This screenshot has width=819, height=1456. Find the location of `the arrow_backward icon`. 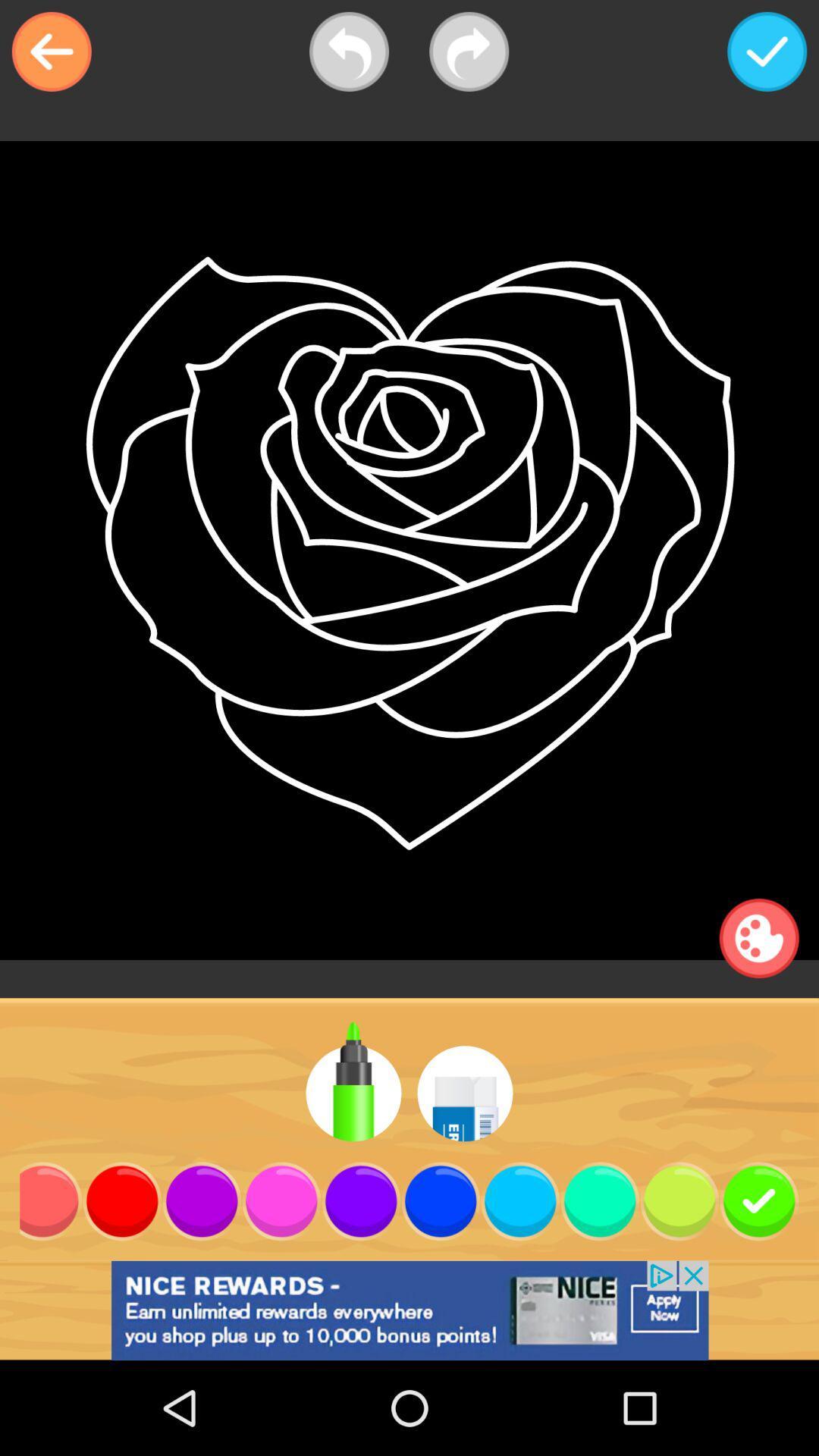

the arrow_backward icon is located at coordinates (51, 52).